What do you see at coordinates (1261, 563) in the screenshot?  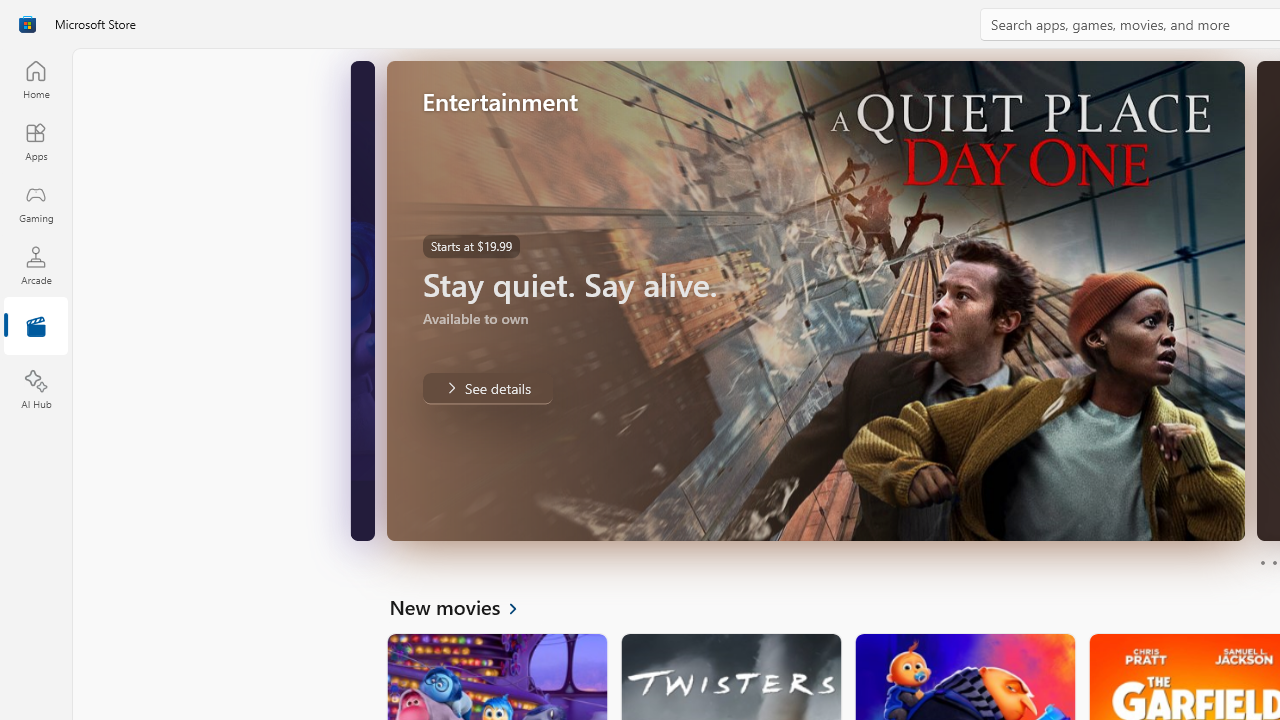 I see `'Page 1'` at bounding box center [1261, 563].